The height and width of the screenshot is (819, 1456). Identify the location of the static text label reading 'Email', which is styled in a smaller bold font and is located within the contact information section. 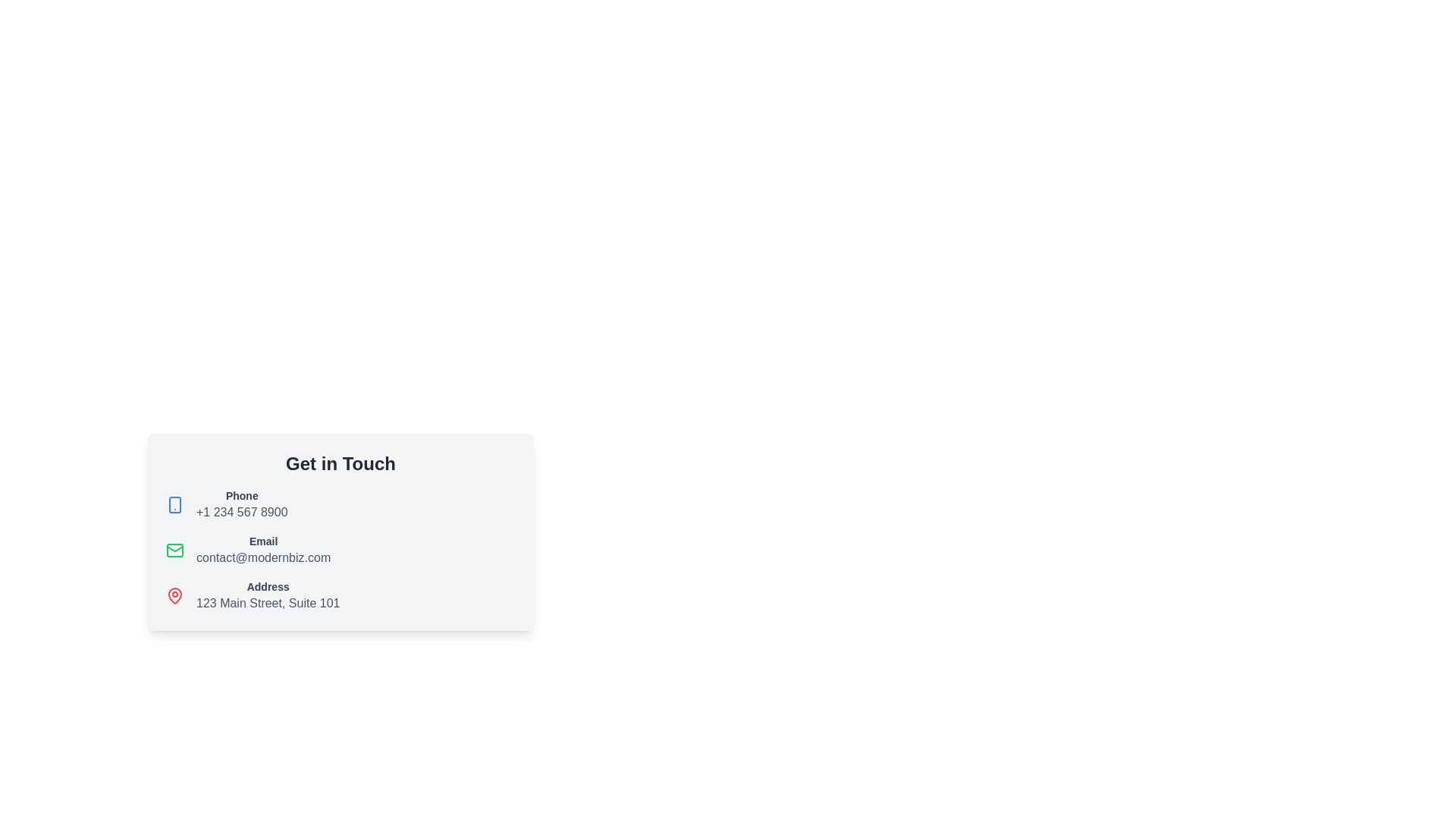
(263, 540).